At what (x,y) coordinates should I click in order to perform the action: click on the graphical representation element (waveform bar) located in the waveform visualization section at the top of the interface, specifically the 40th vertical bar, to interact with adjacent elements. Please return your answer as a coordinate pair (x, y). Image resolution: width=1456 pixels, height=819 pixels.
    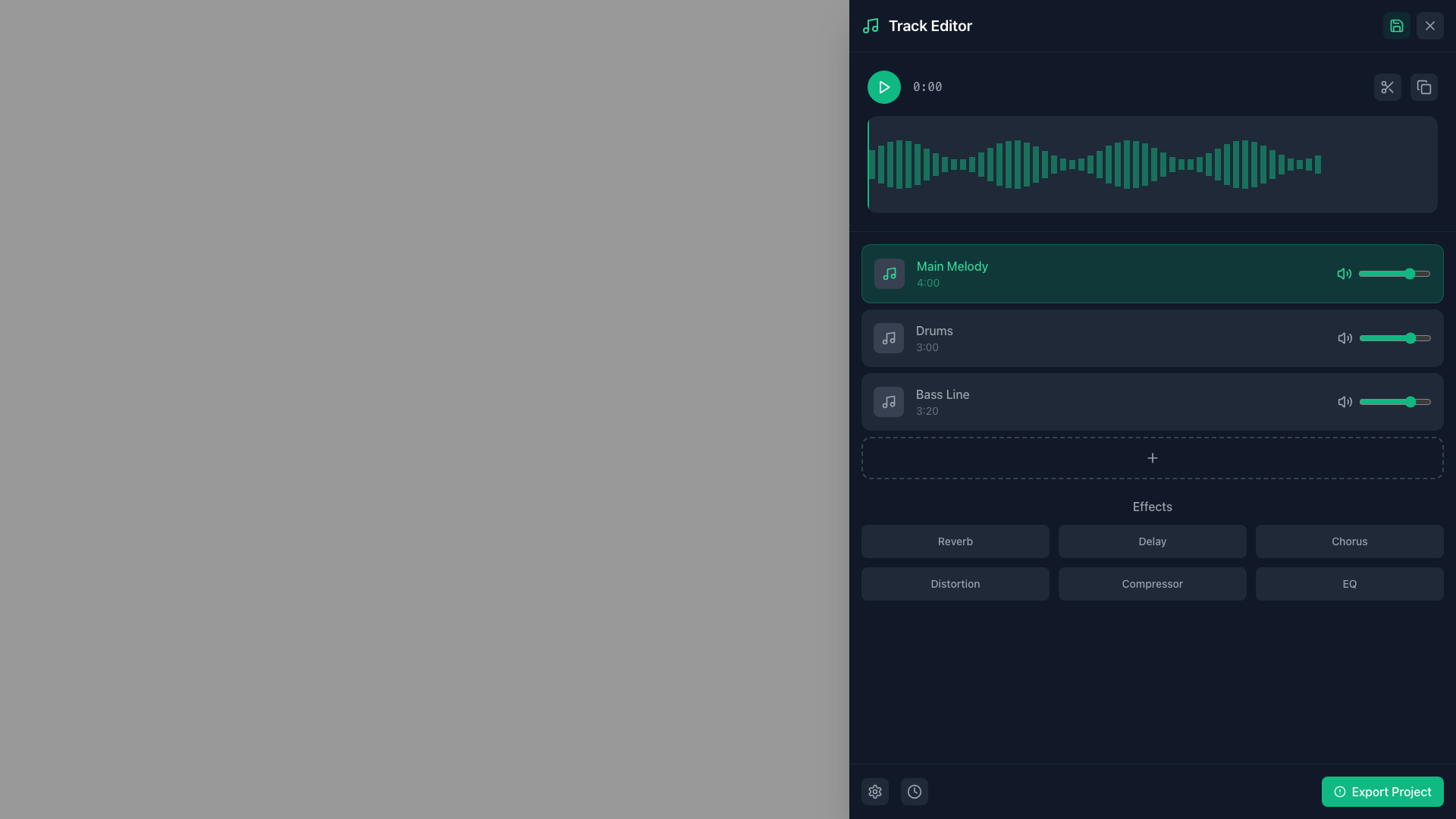
    Looking at the image, I should click on (1199, 164).